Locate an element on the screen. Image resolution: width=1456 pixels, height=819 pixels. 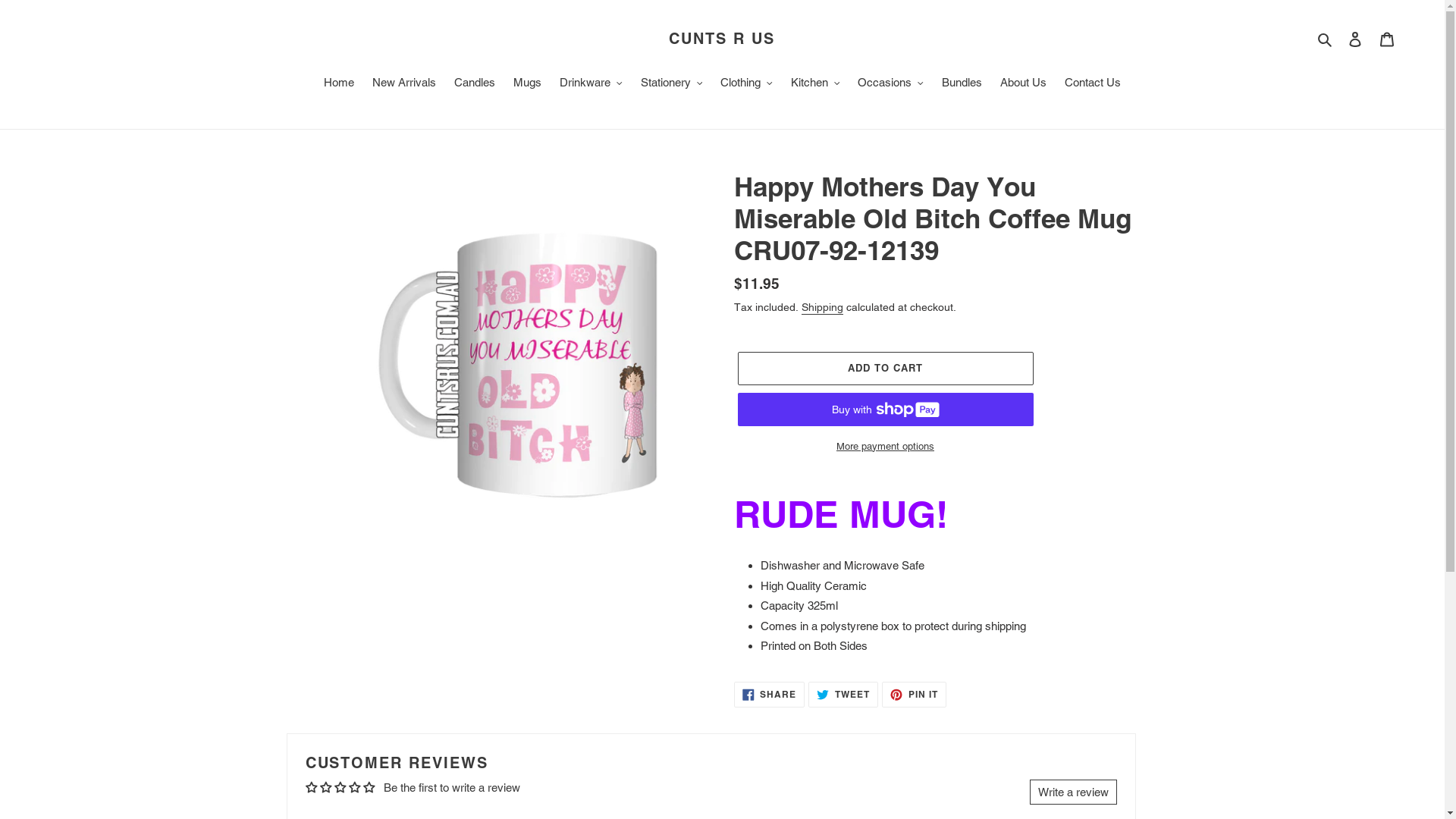
'Log in' is located at coordinates (1354, 38).